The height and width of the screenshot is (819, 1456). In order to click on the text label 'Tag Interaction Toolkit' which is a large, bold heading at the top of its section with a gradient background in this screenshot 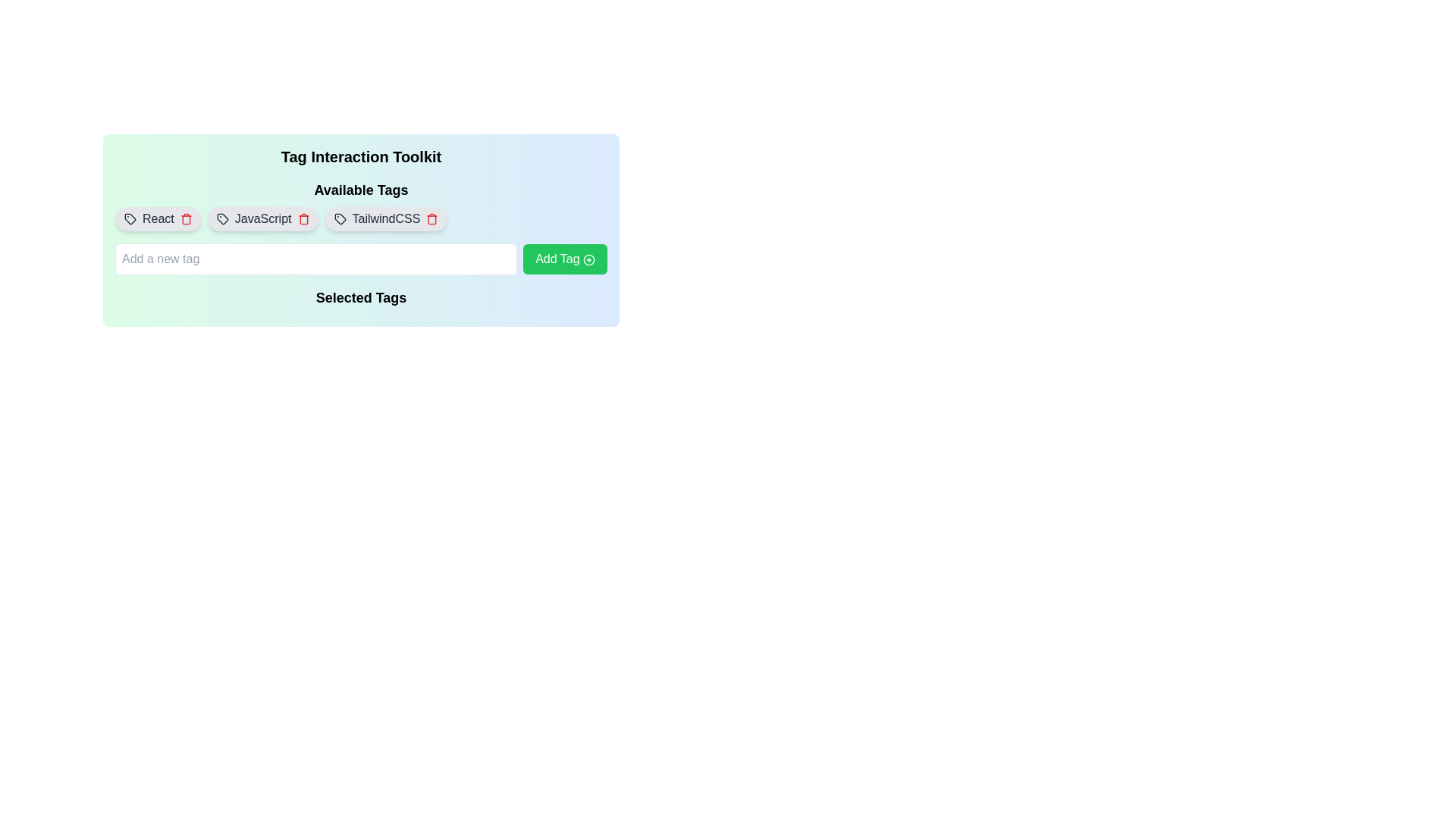, I will do `click(360, 157)`.